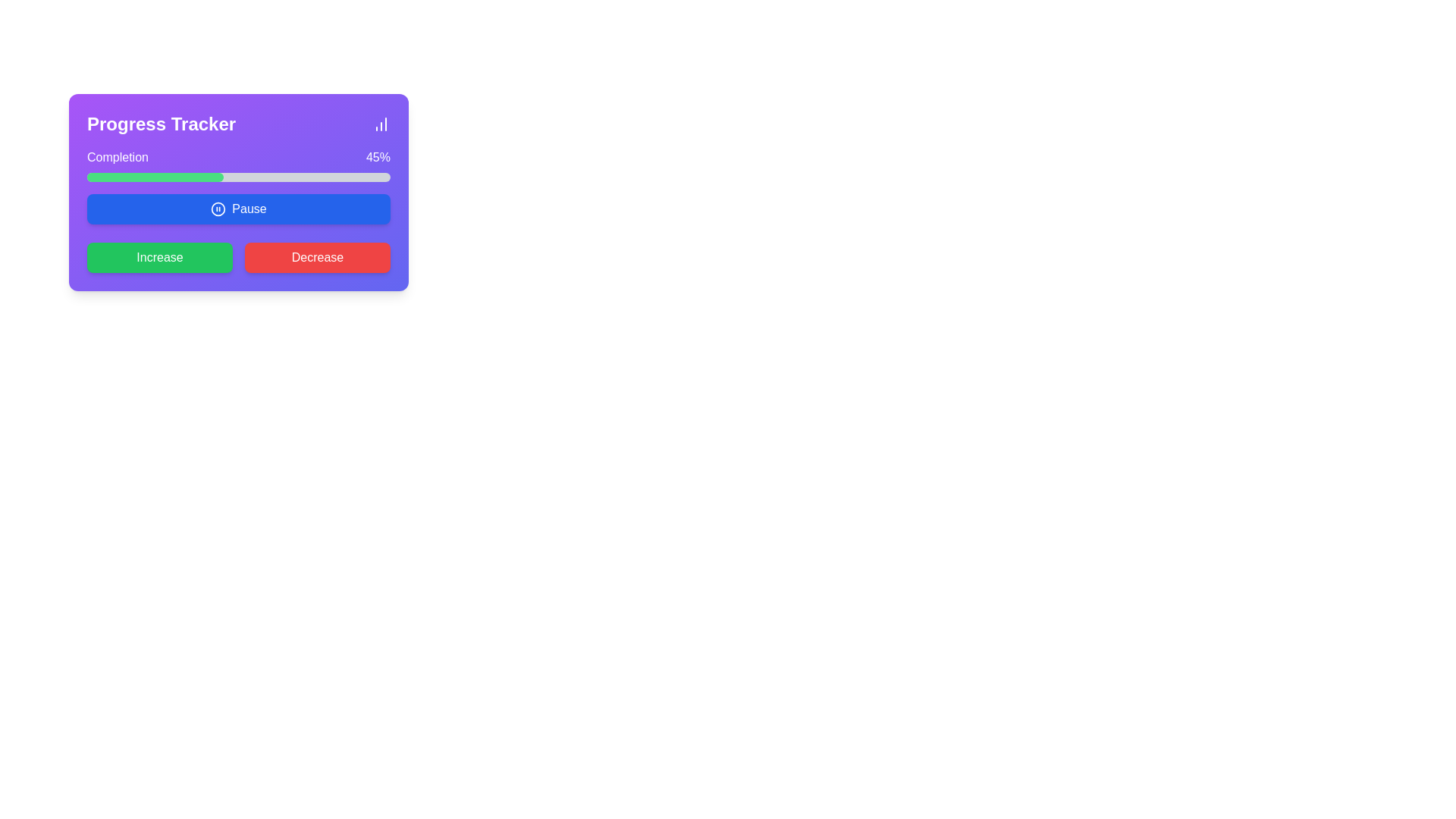 The width and height of the screenshot is (1456, 819). Describe the element at coordinates (238, 256) in the screenshot. I see `the 'Increase' button in the button group, which is styled with a green background and white text, to increment the value` at that location.